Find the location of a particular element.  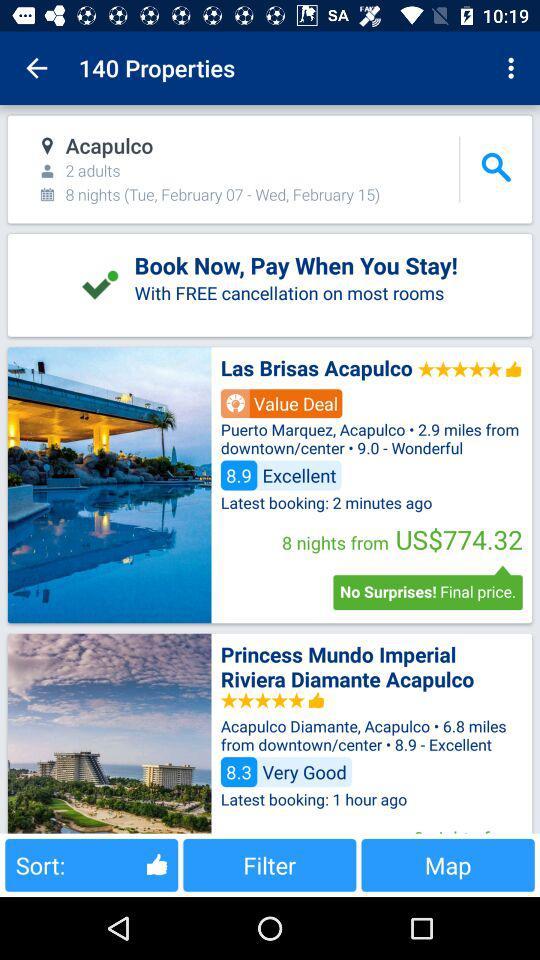

hotel is located at coordinates (109, 484).